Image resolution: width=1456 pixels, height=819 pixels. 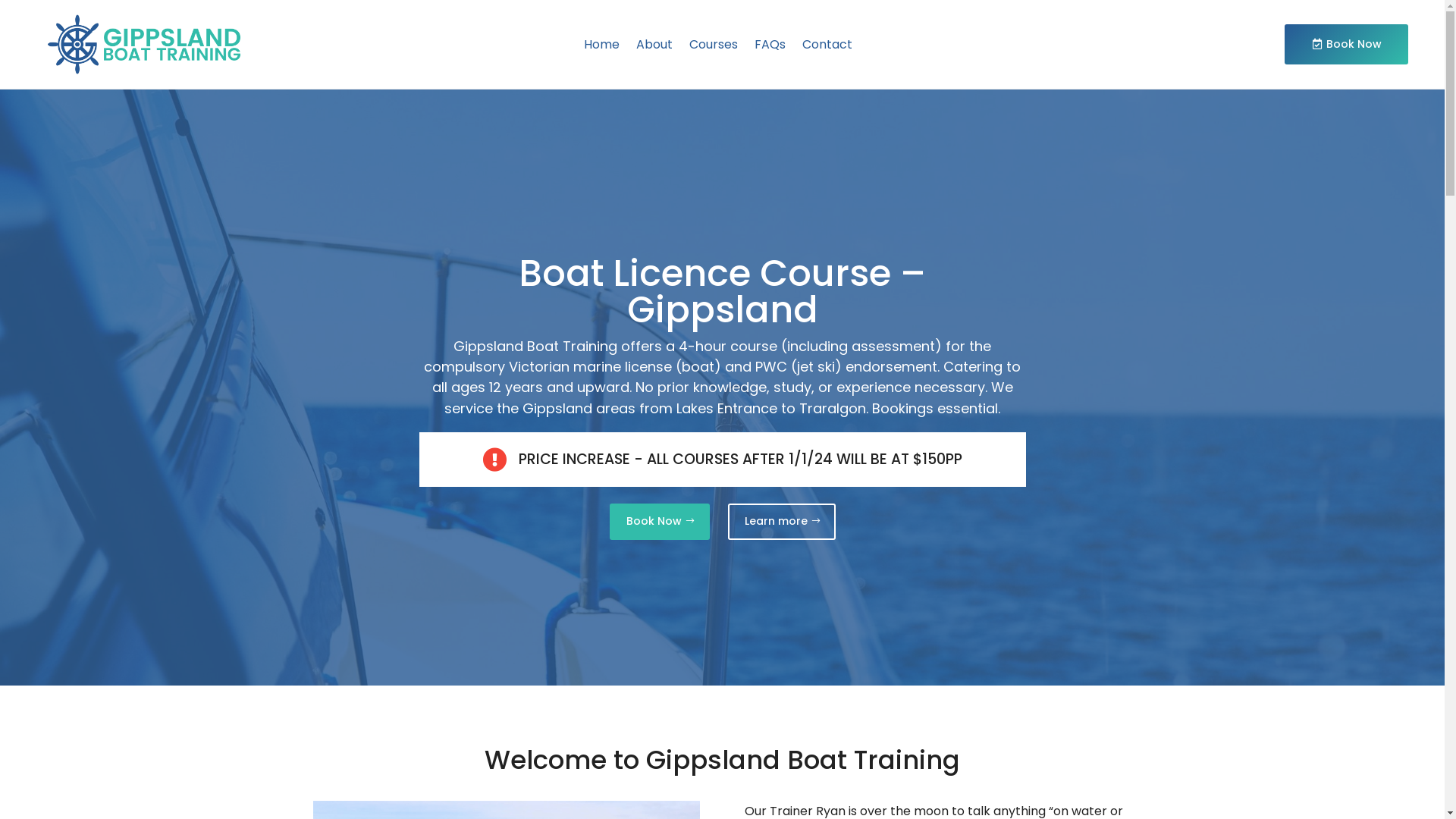 What do you see at coordinates (782, 520) in the screenshot?
I see `'Learn more'` at bounding box center [782, 520].